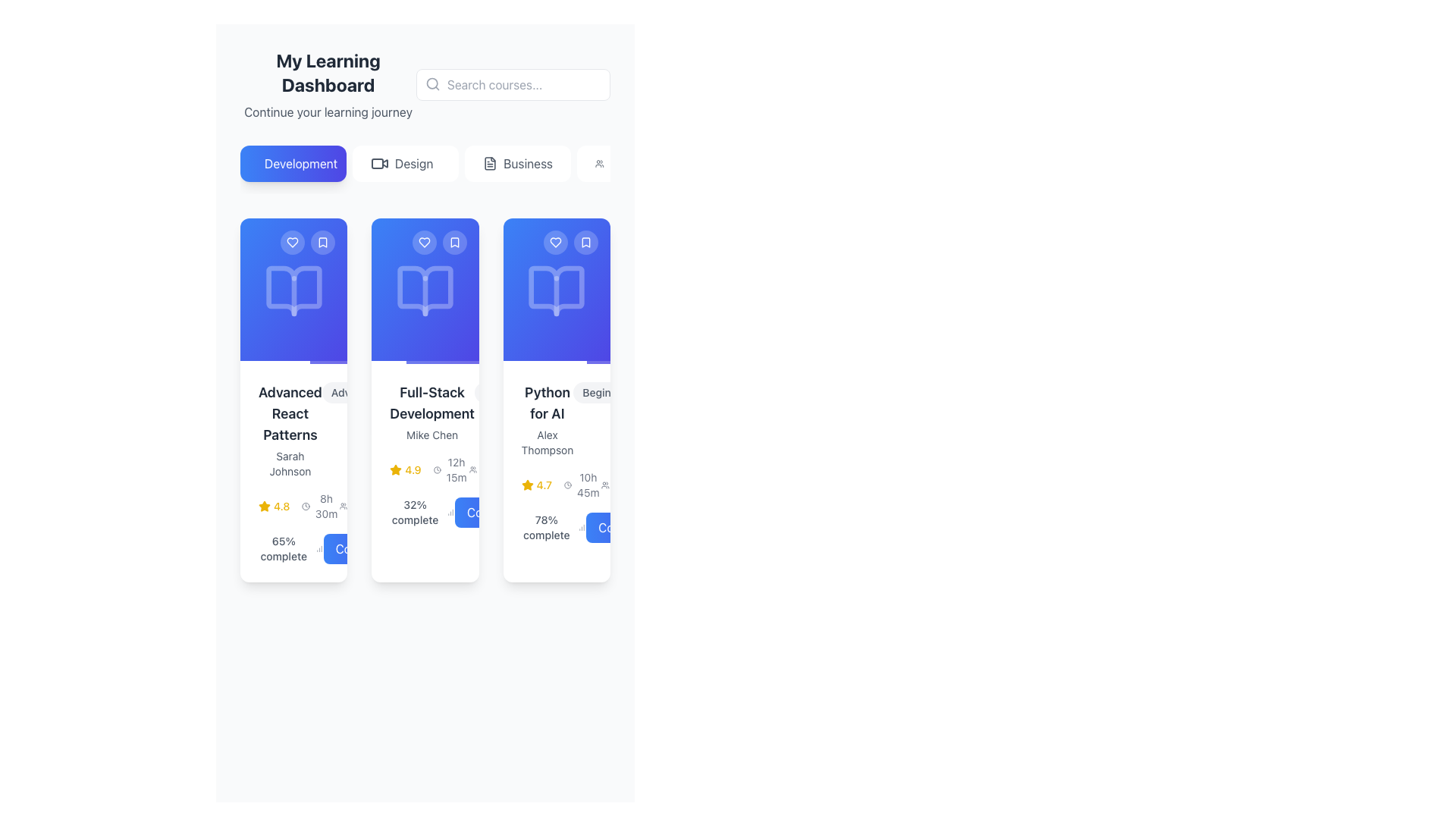 This screenshot has height=819, width=1456. Describe the element at coordinates (293, 242) in the screenshot. I see `the favorite button icon located at the top center of the first learning card to favorite or like the associated course content` at that location.